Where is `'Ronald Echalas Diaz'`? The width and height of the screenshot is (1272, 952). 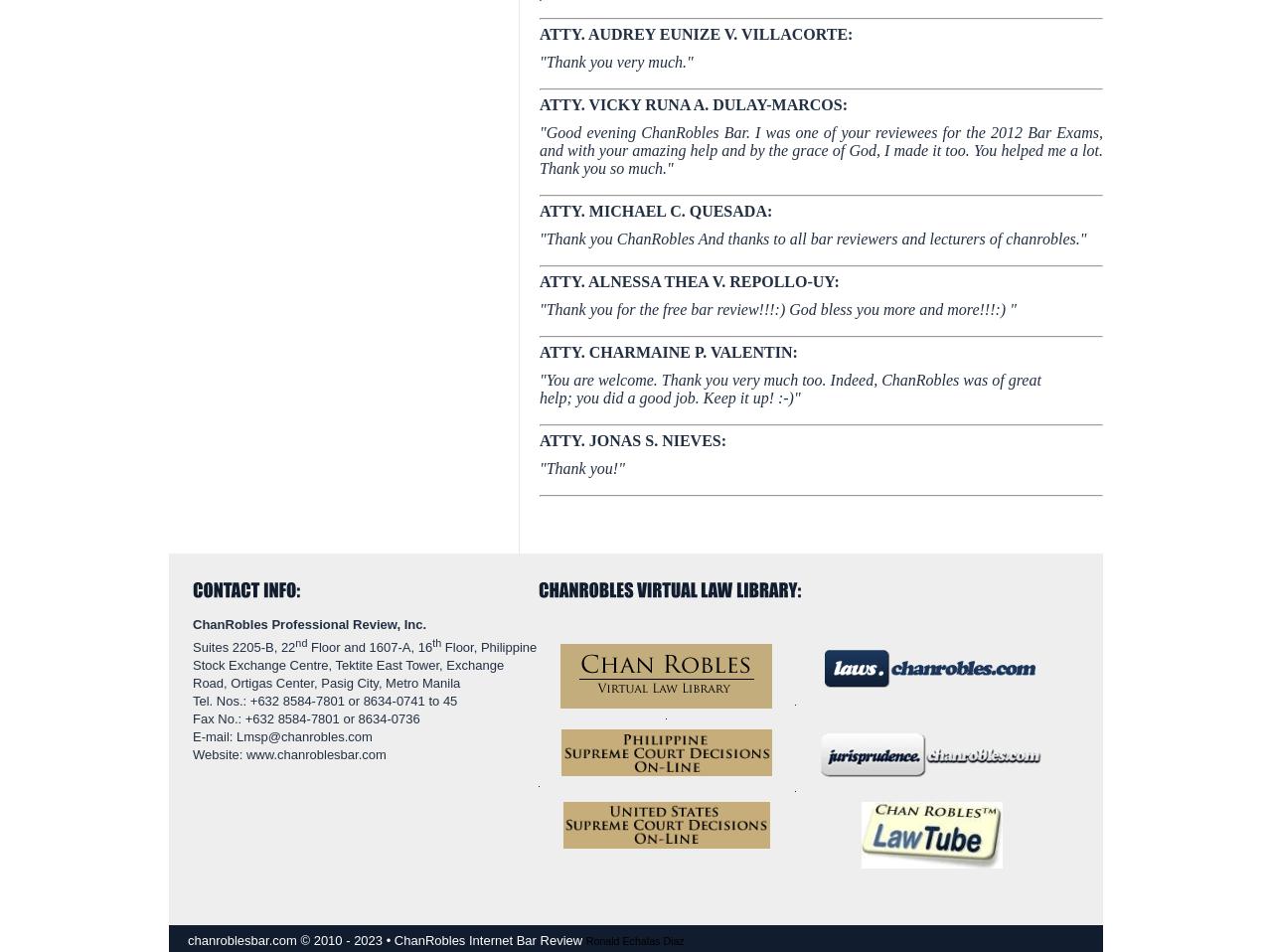
'Ronald Echalas Diaz' is located at coordinates (633, 940).